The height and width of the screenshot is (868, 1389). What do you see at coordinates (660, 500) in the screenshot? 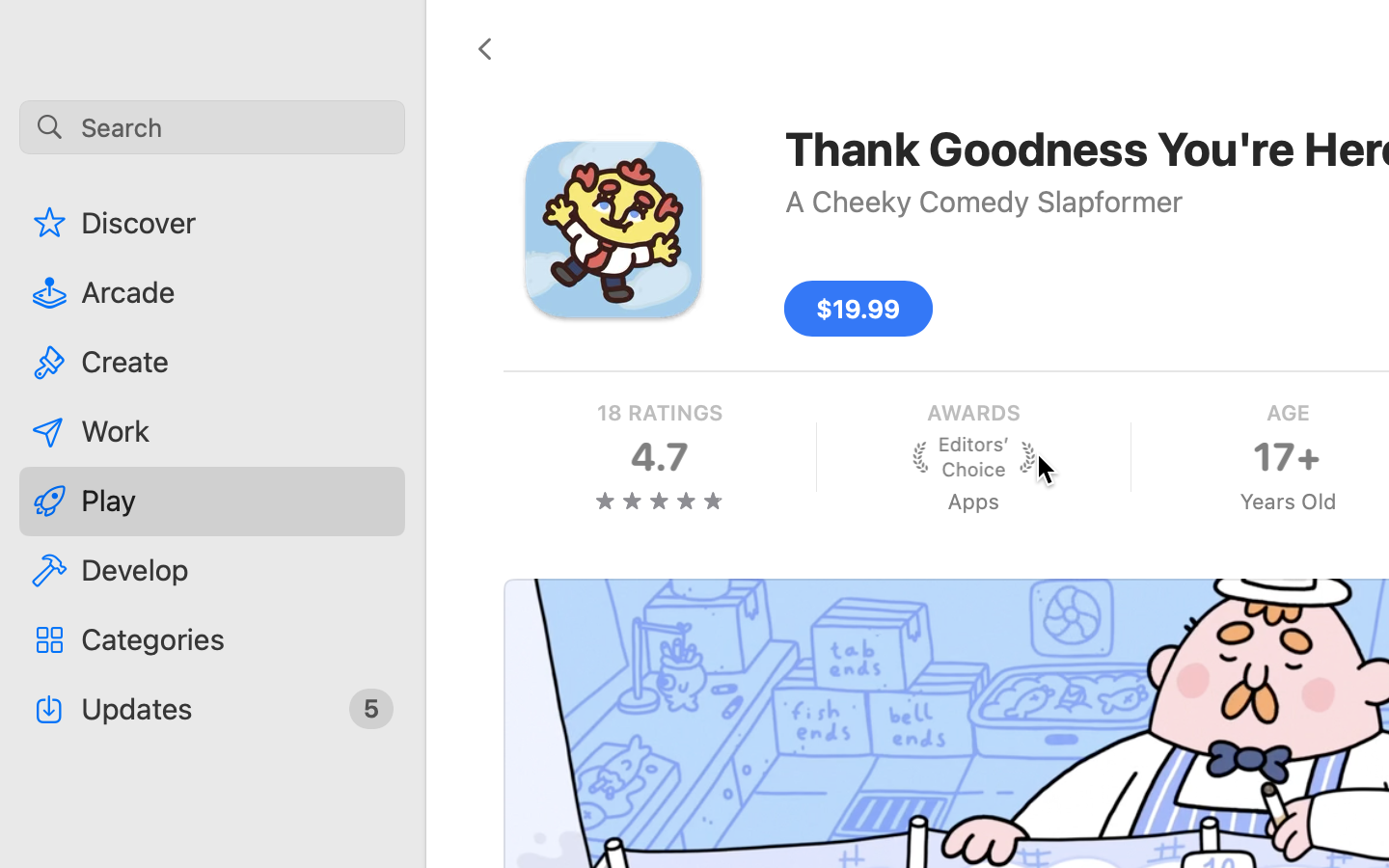
I see `'four and three quarters stars'` at bounding box center [660, 500].